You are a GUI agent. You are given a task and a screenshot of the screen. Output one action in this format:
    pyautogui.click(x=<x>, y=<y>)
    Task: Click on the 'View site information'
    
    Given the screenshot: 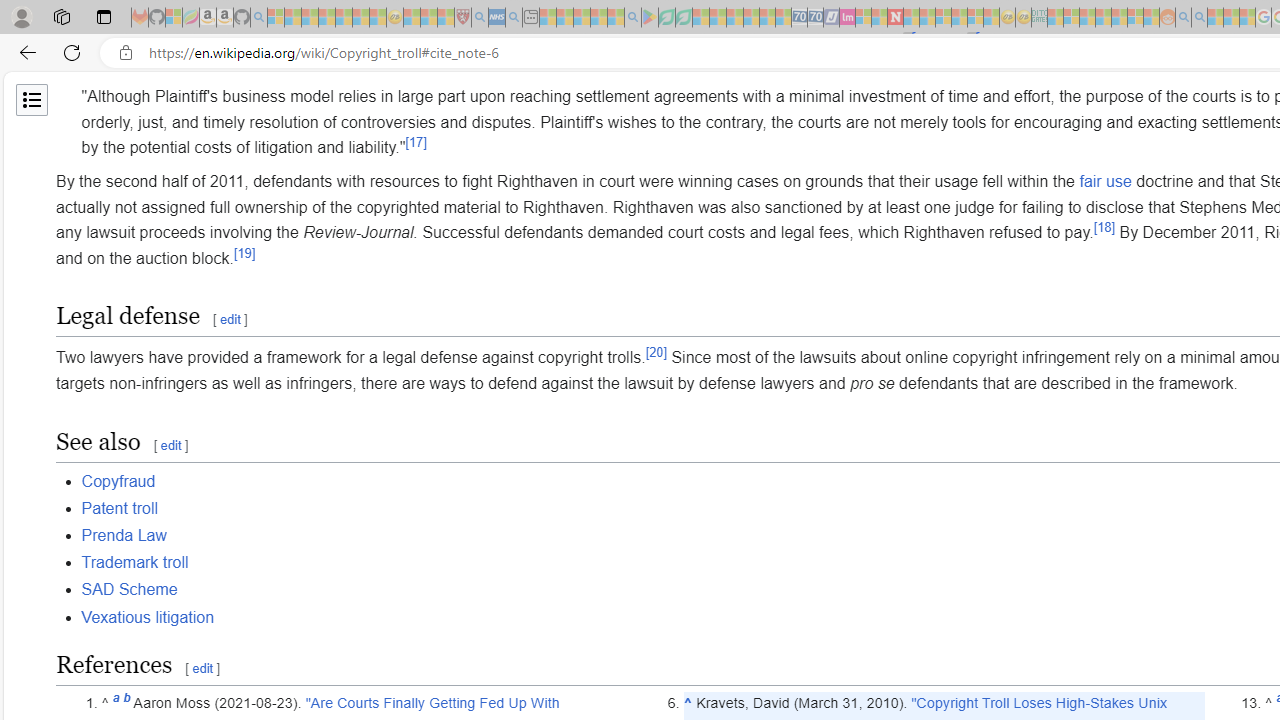 What is the action you would take?
    pyautogui.click(x=125, y=52)
    